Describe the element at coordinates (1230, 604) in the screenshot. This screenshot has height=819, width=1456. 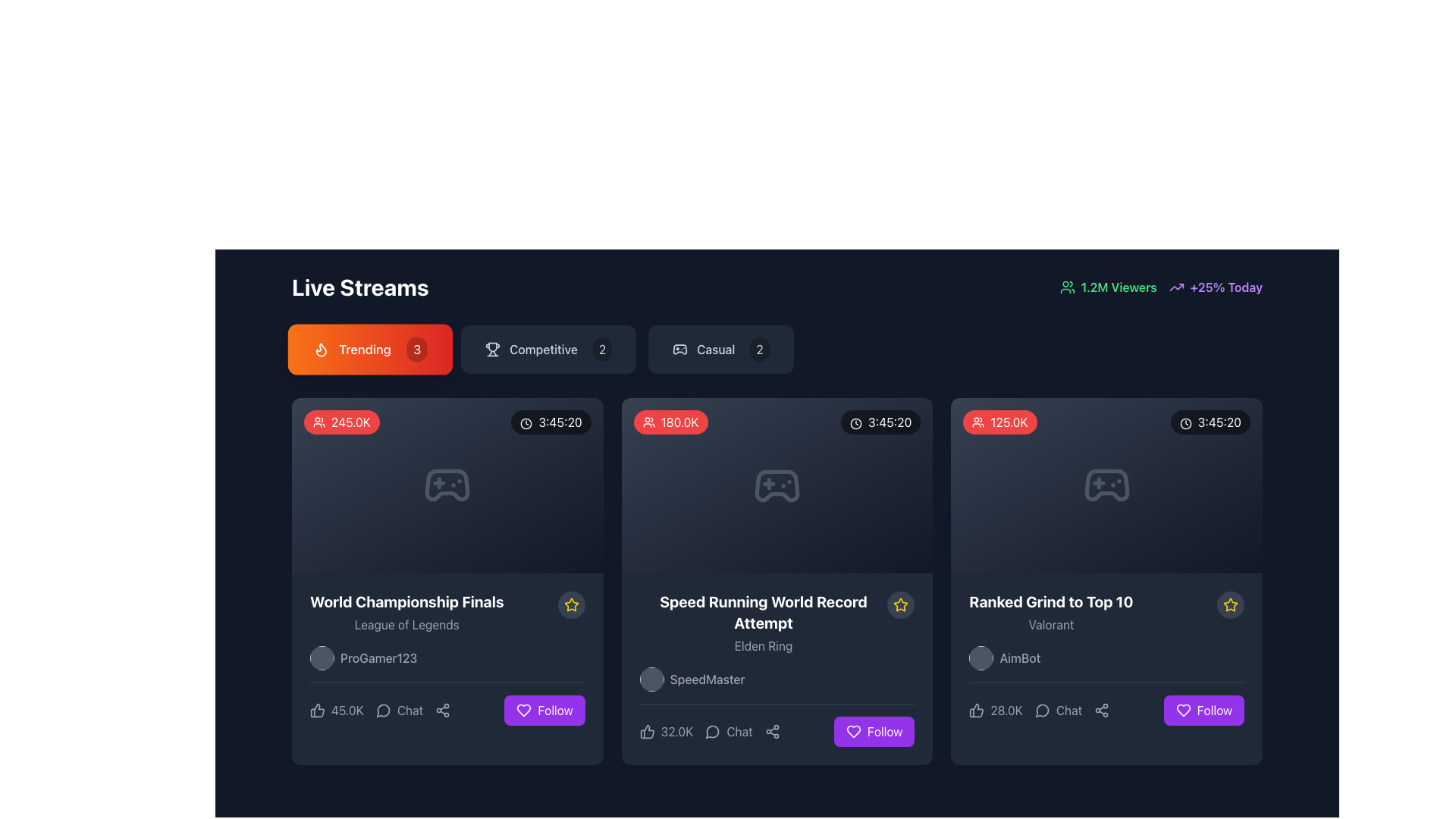
I see `the star icon located in the bottom right section of the rightmost card in a grid layout` at that location.